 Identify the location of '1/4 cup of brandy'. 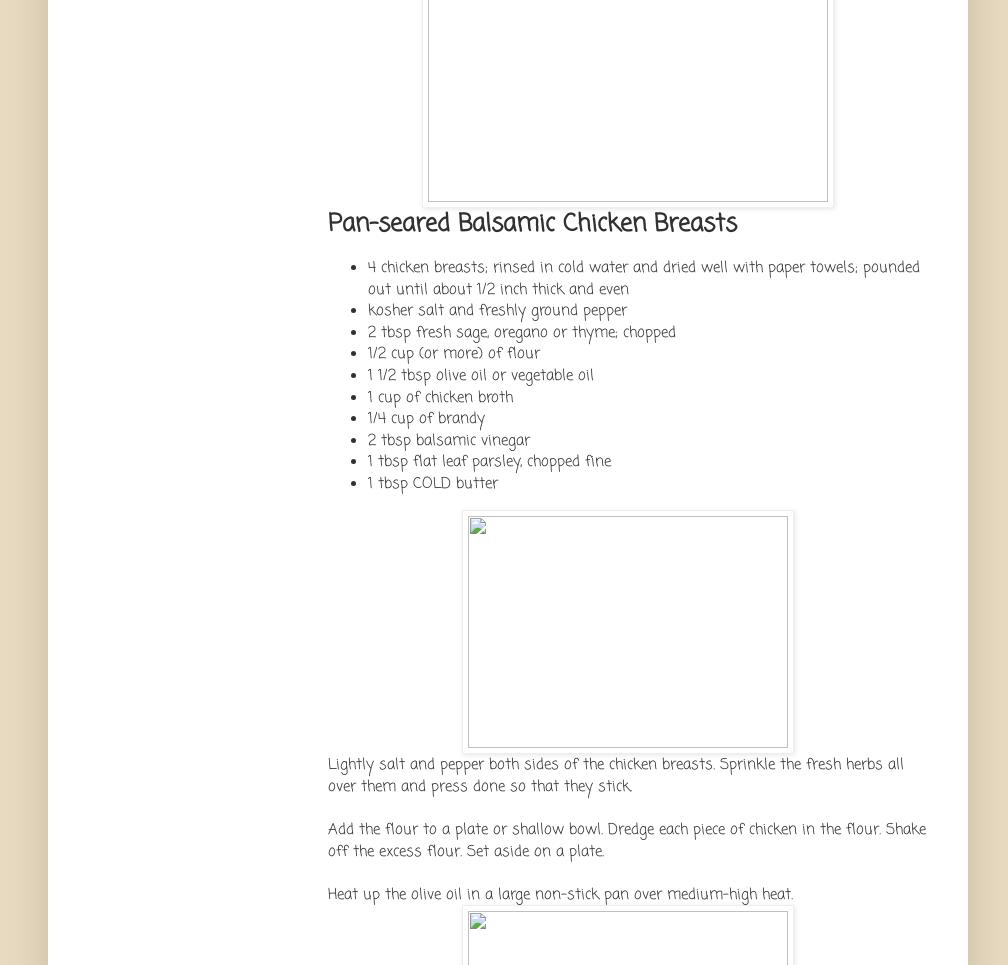
(426, 418).